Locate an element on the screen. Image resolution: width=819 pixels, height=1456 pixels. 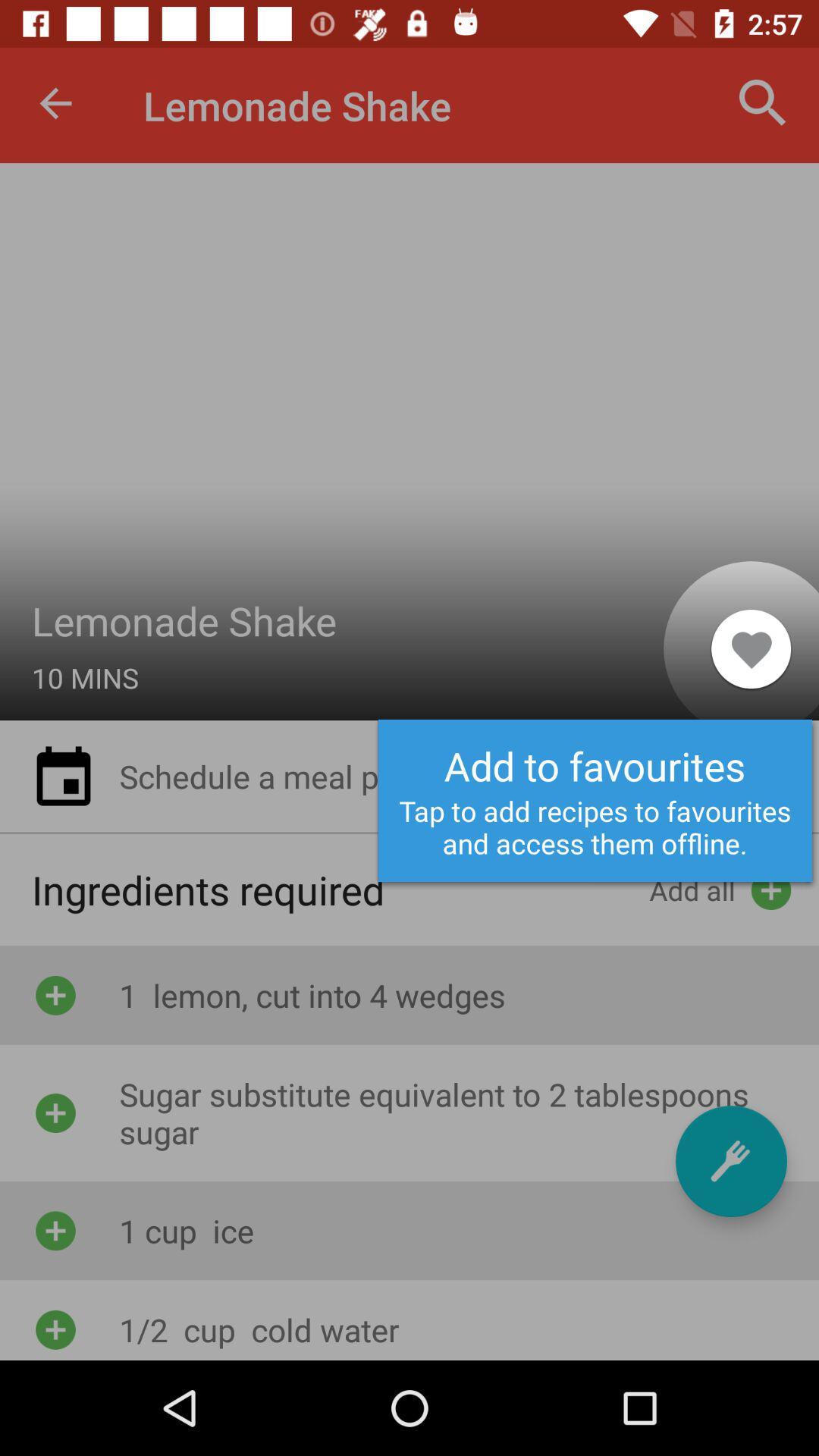
the edit icon is located at coordinates (730, 1160).